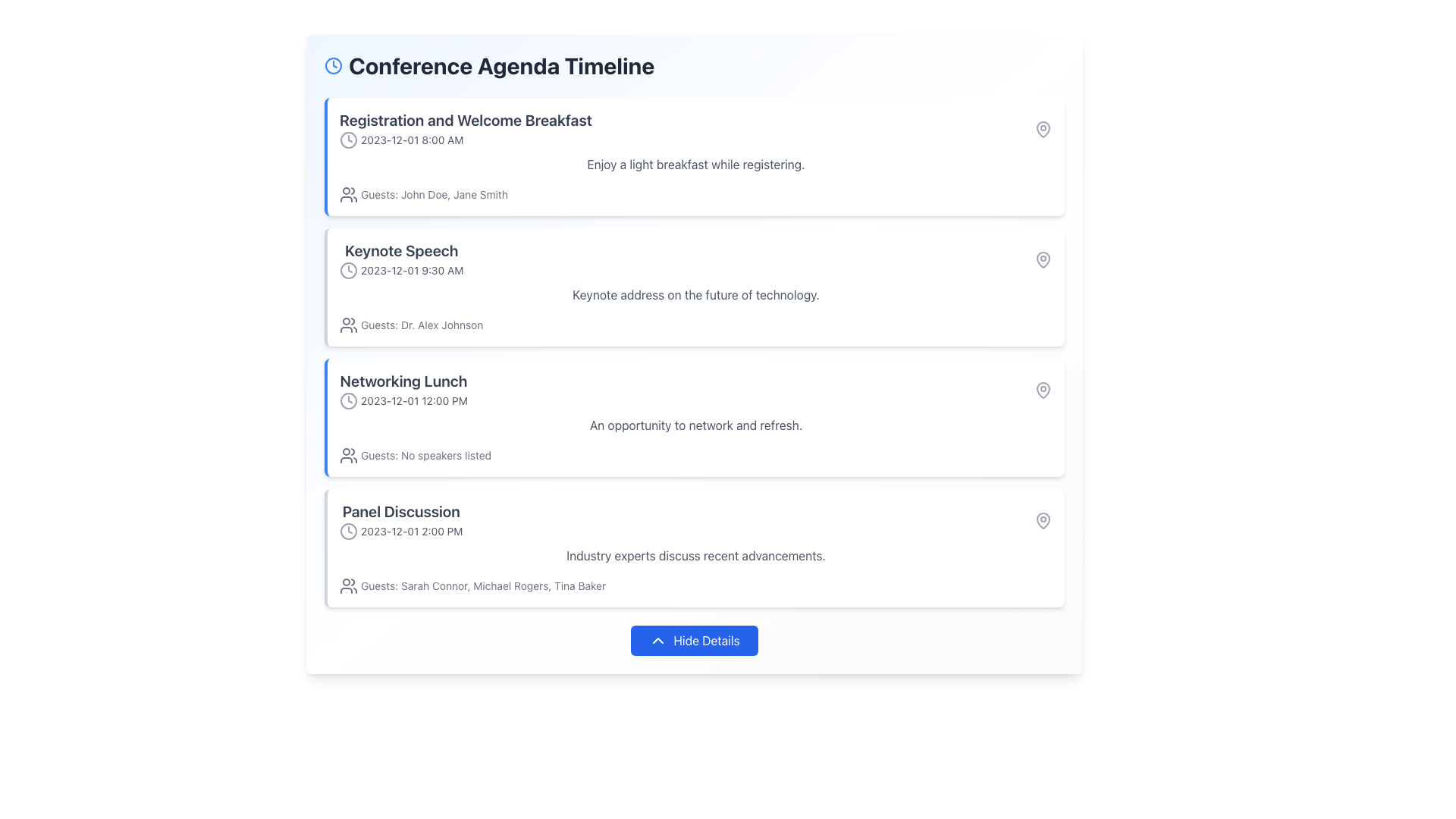  I want to click on the title and time indicator for the first event in the agenda, so click(695, 128).